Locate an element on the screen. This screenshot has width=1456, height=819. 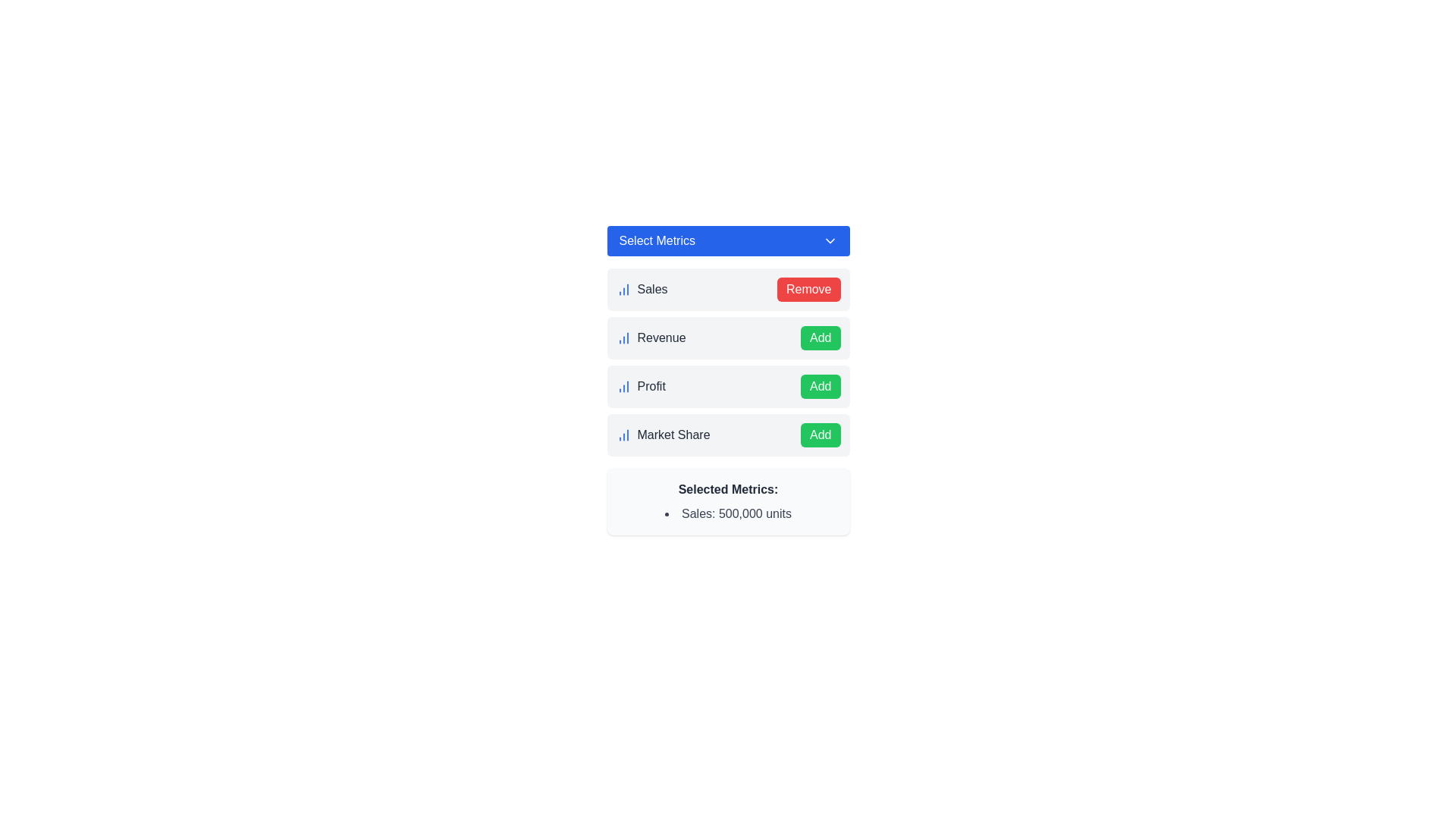
the text label displaying the selected metric of 'Sales' with a current value of 500,000 units, which is the only bullet point entry below the header 'Selected Metrics' is located at coordinates (728, 513).